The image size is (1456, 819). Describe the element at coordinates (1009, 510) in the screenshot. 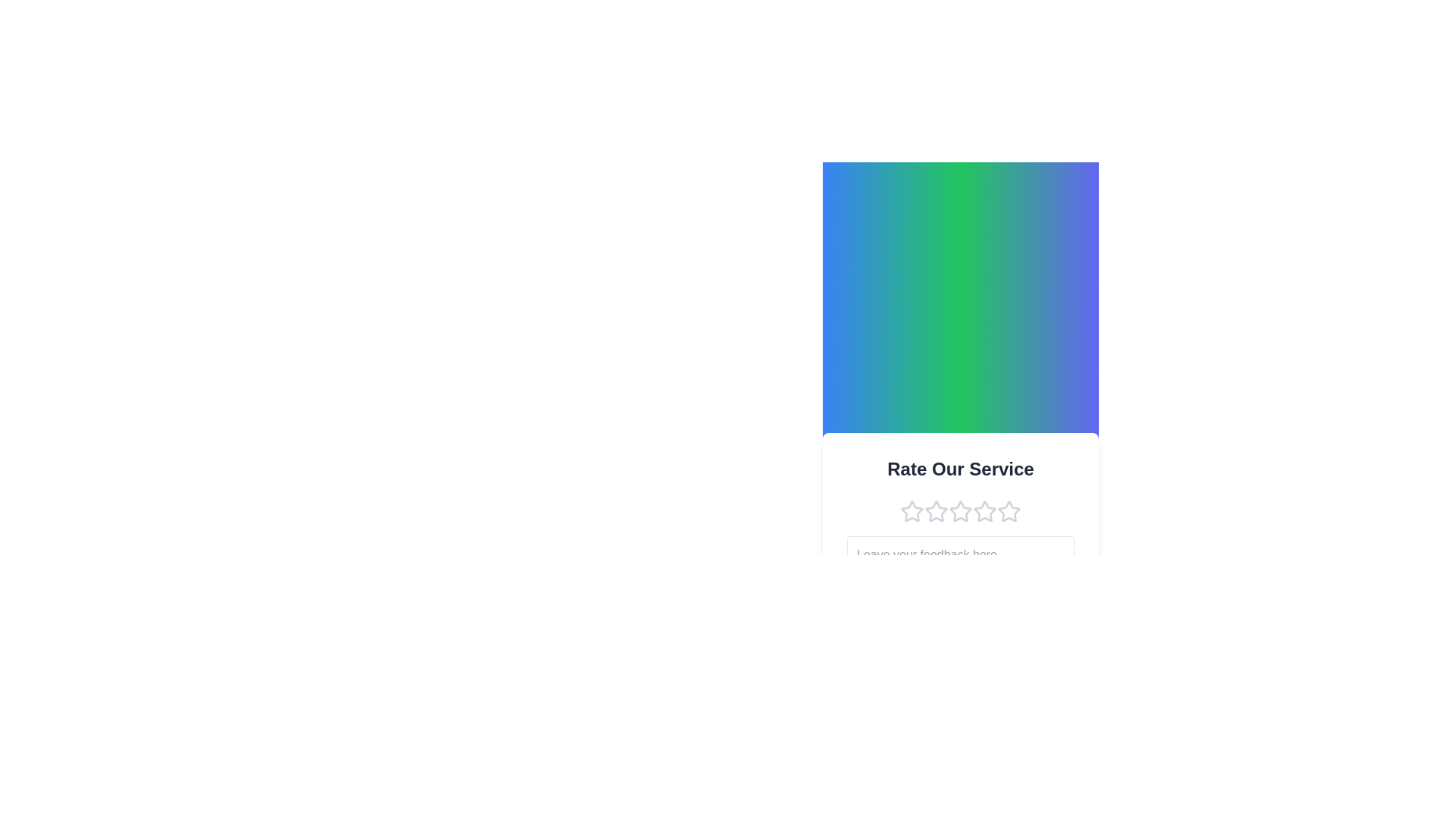

I see `the fifth star icon in the rating system under the label 'Rate Our Service'` at that location.